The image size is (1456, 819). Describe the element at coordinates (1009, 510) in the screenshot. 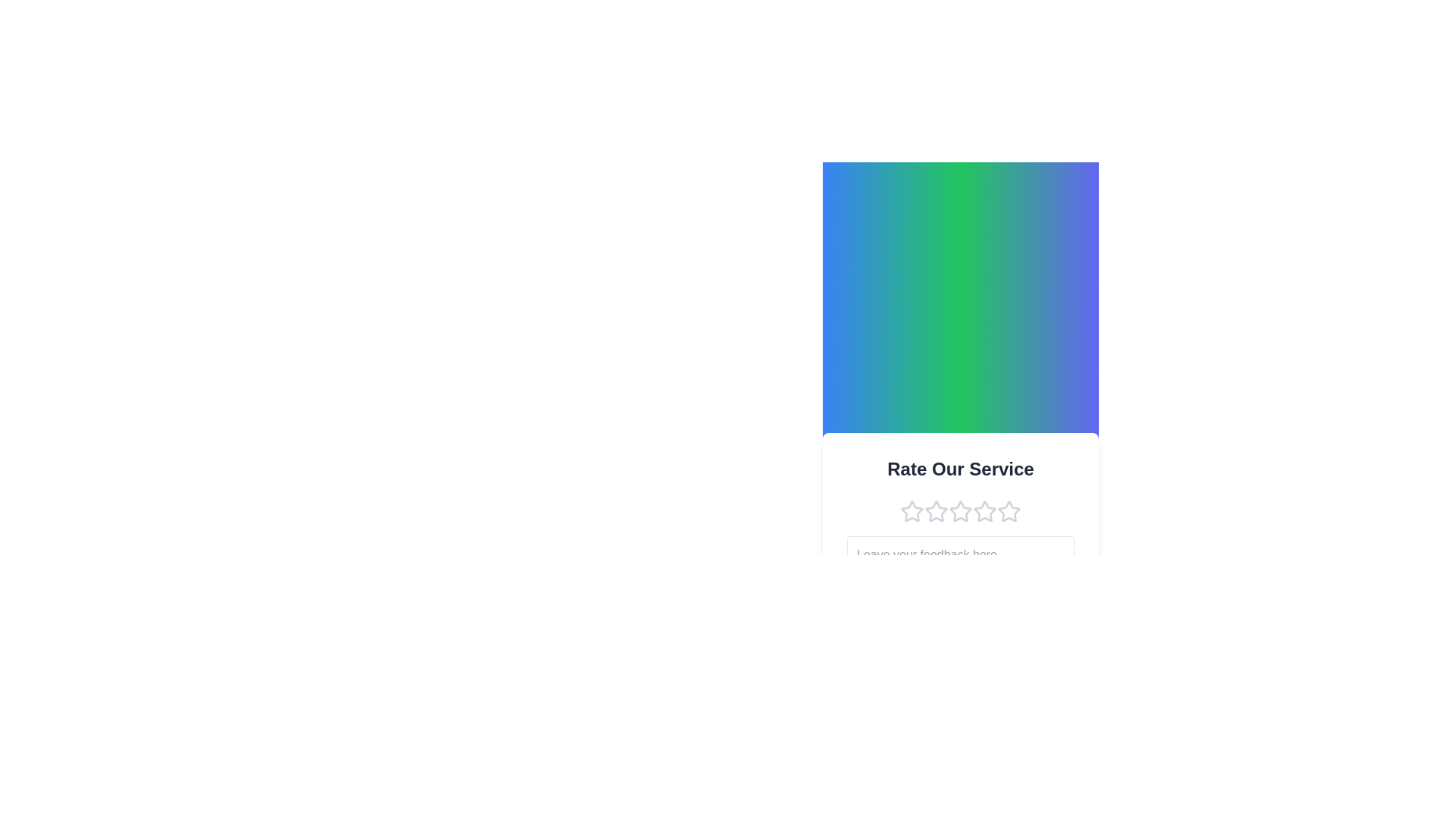

I see `the fifth star icon in the rating system under the label 'Rate Our Service'` at that location.